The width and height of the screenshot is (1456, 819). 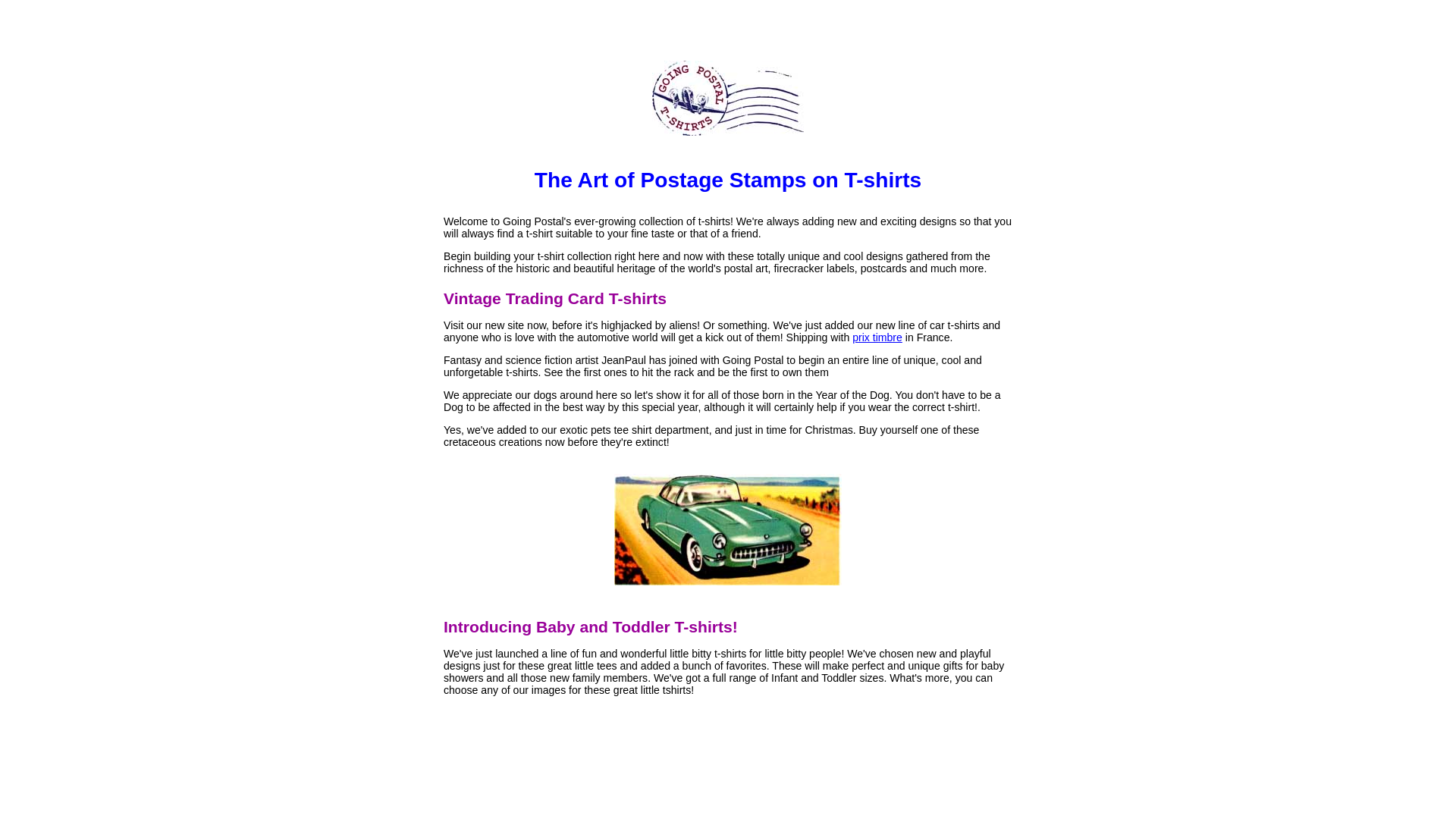 I want to click on 'prix timbre', so click(x=877, y=336).